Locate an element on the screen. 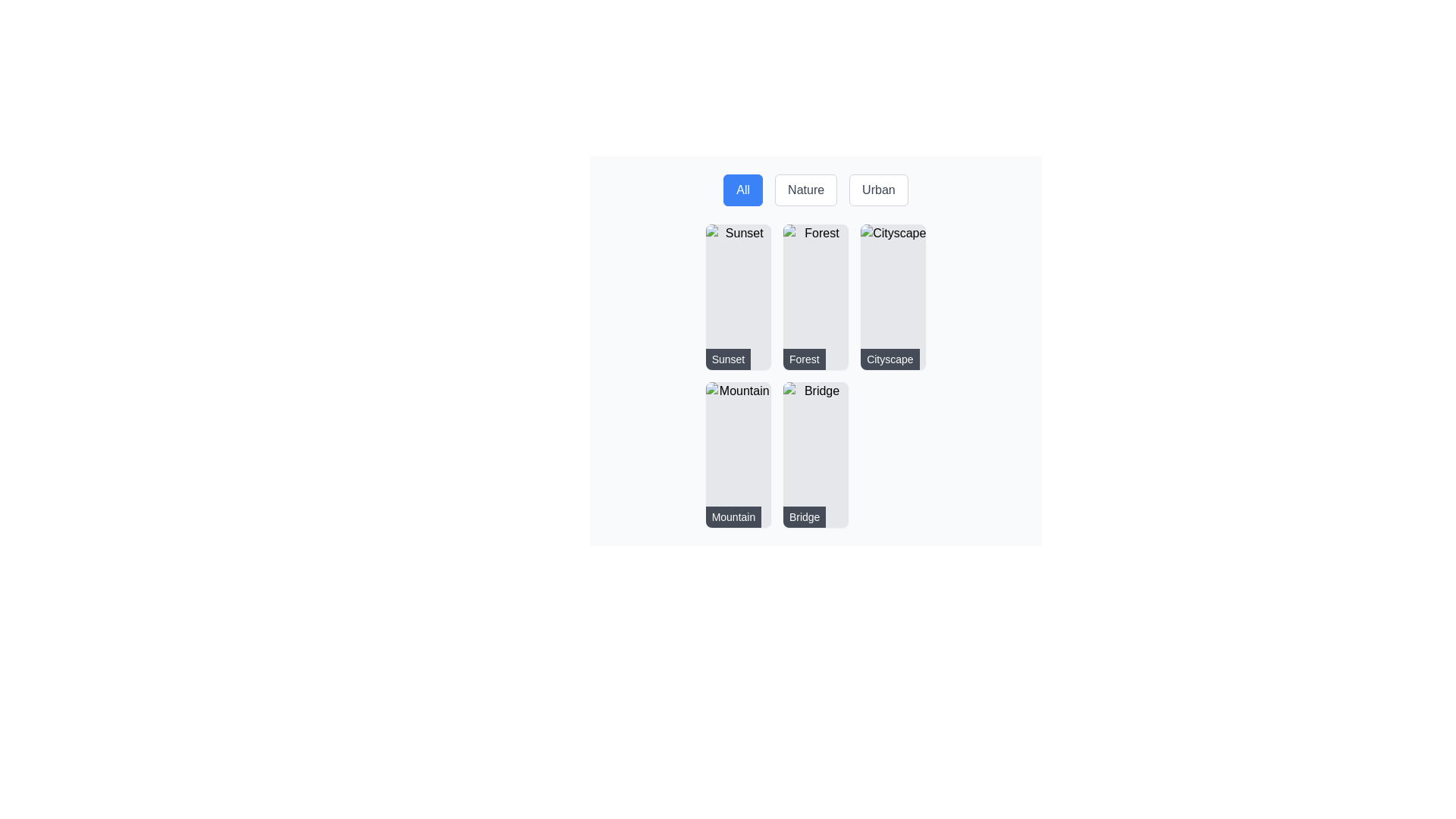 This screenshot has width=1456, height=819. the 'Nature' filter button which is centrally located in a row of three buttons is located at coordinates (814, 189).